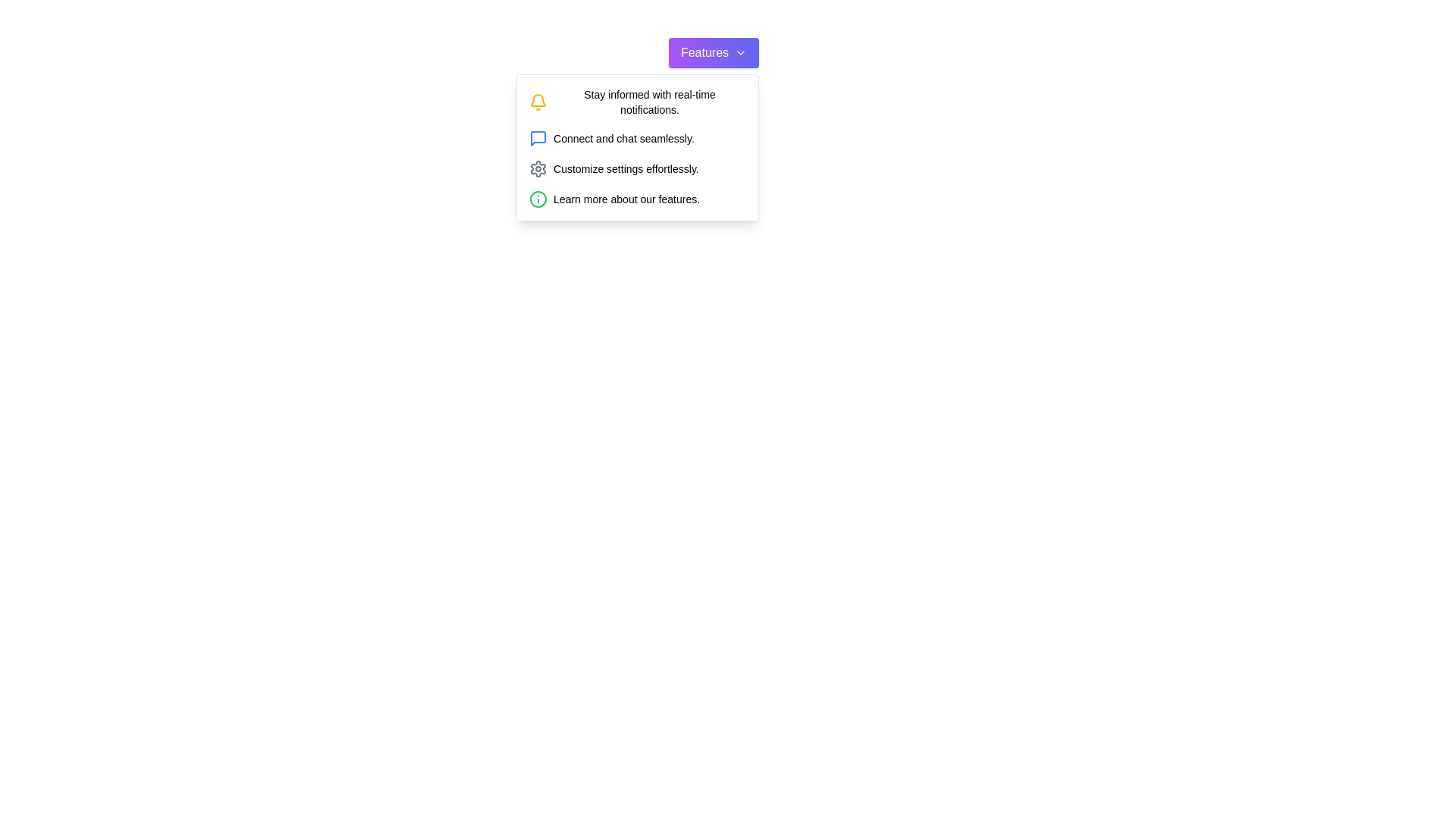 Image resolution: width=1456 pixels, height=819 pixels. What do you see at coordinates (538, 138) in the screenshot?
I see `the appearance of the chat icon located in the dropdown list, which is the second icon from the top, next to the text 'Connect and chat seamlessly.'` at bounding box center [538, 138].